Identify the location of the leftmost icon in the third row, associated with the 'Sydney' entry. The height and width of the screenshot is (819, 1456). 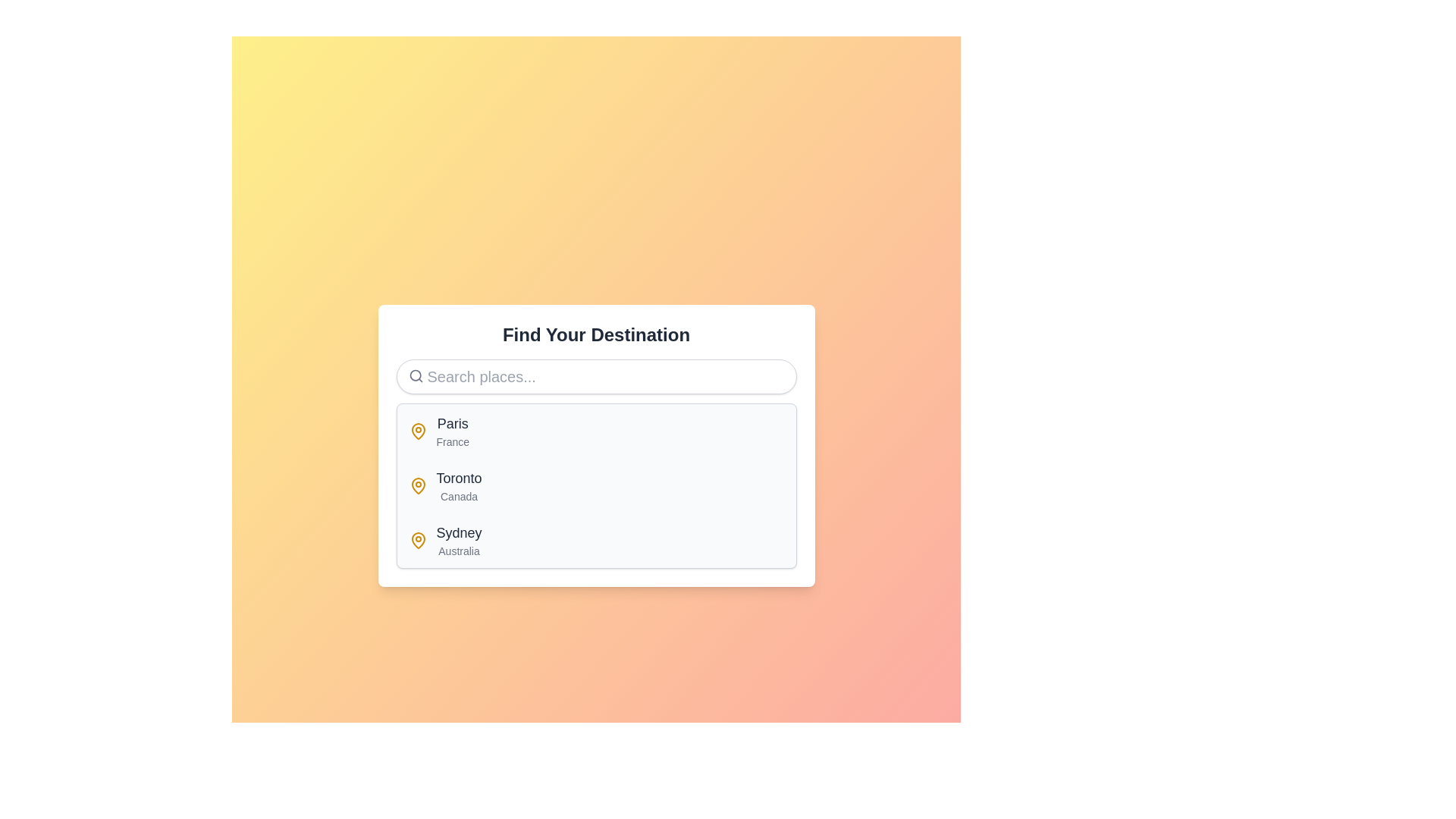
(418, 540).